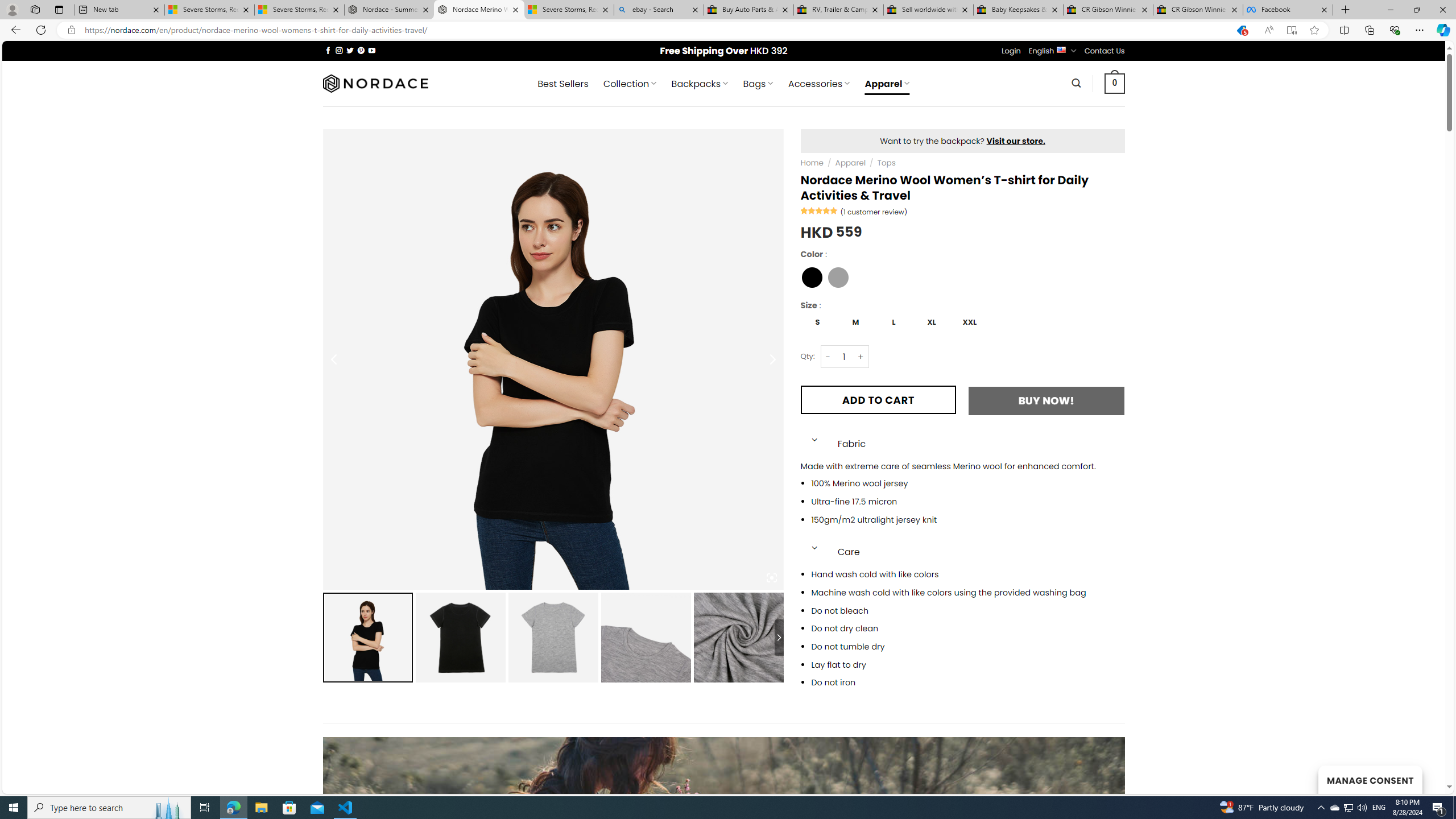 Image resolution: width=1456 pixels, height=819 pixels. What do you see at coordinates (819, 210) in the screenshot?
I see `'Rated 5.00 out of 5'` at bounding box center [819, 210].